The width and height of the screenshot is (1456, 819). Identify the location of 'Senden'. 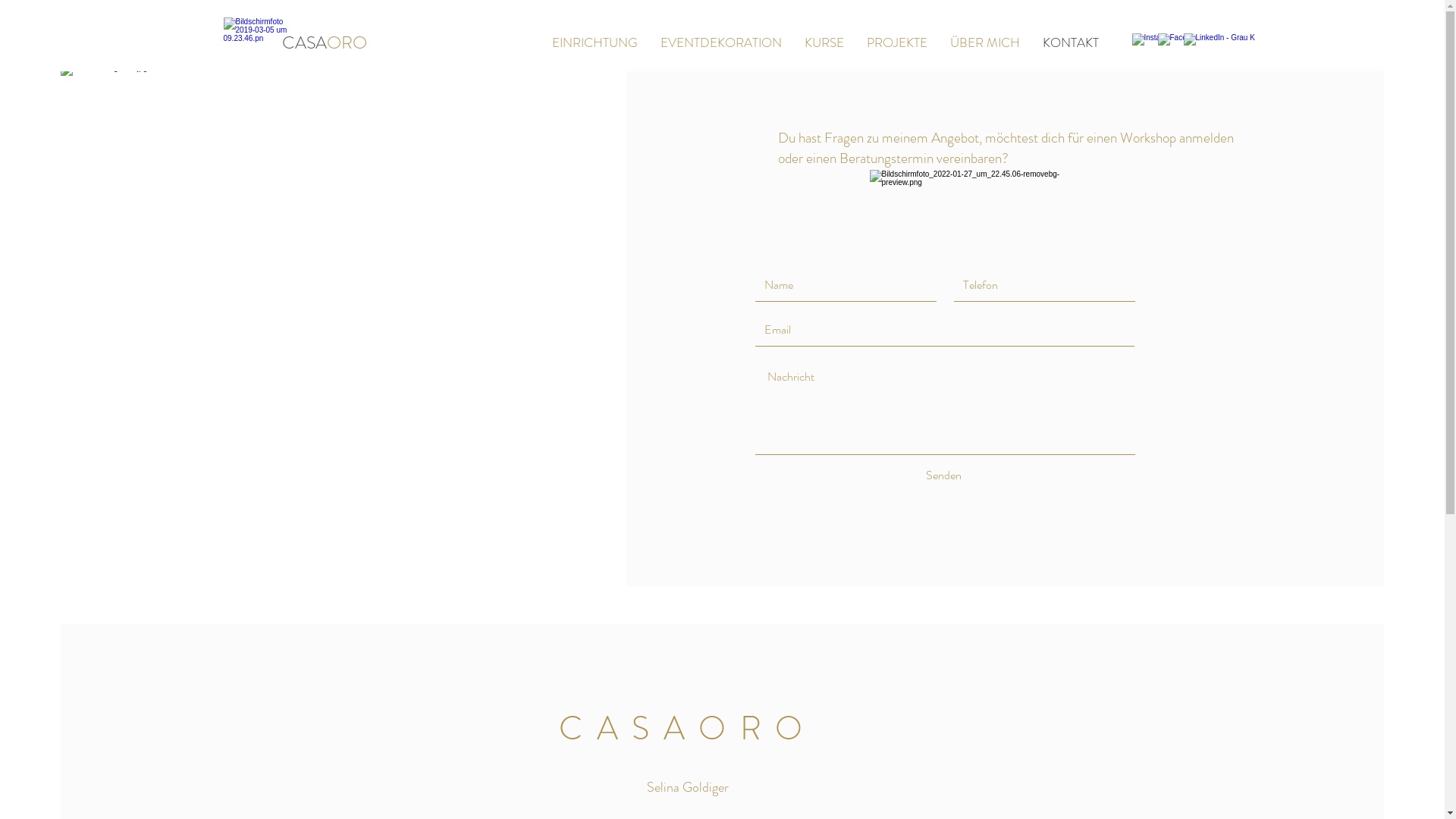
(895, 475).